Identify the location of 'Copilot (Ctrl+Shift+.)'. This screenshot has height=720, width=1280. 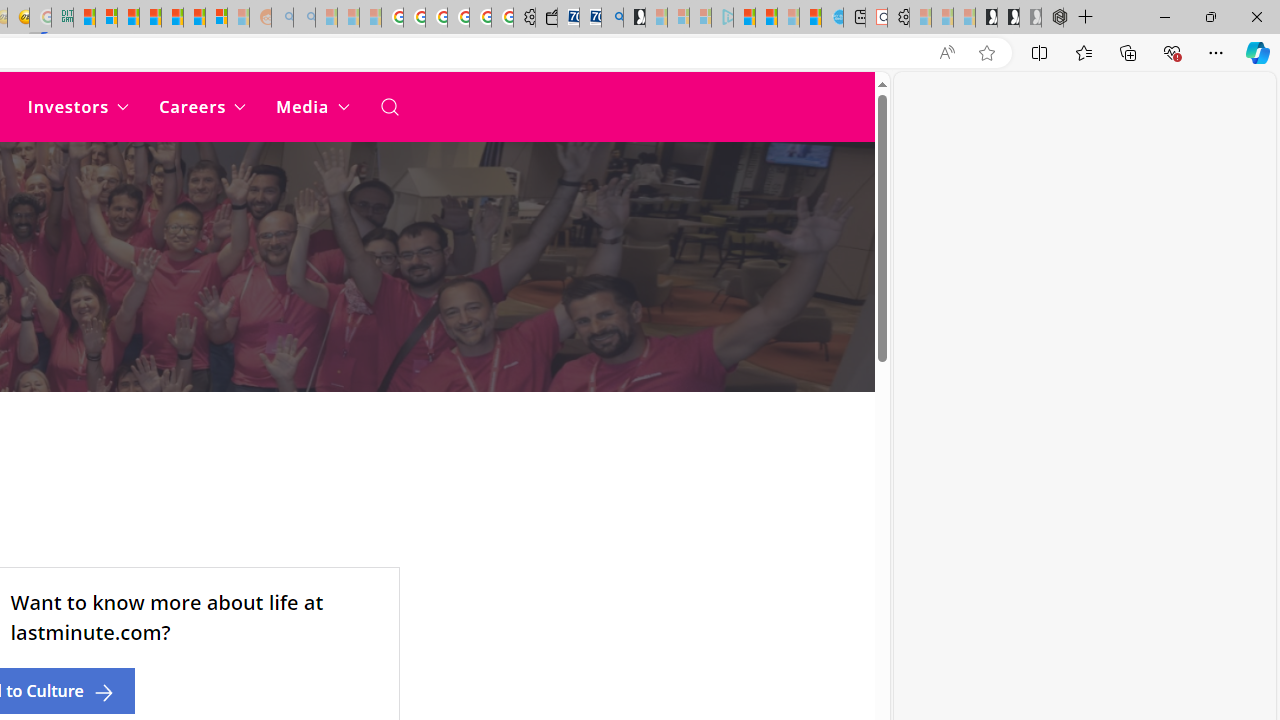
(1257, 51).